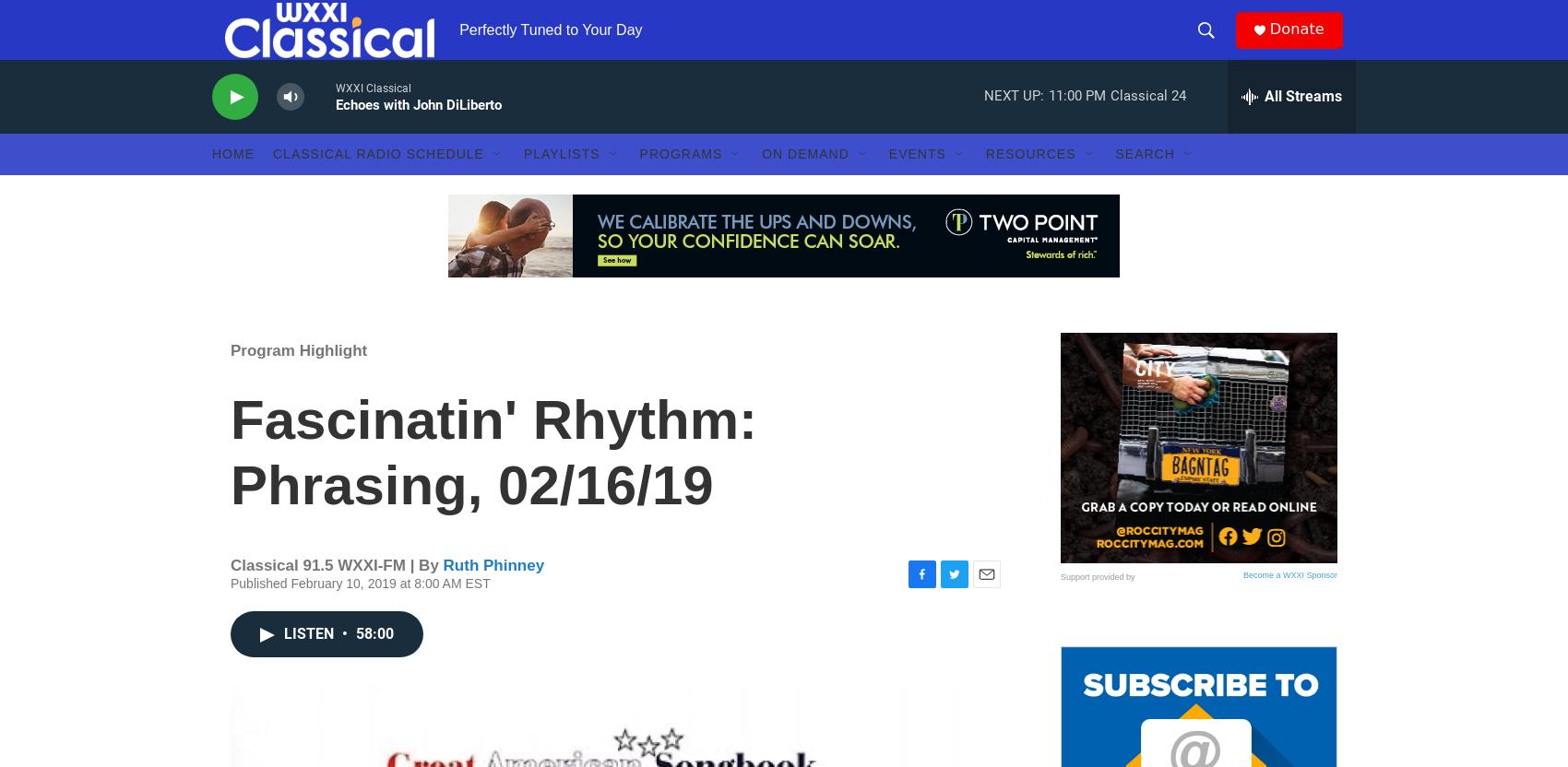 This screenshot has height=767, width=1568. I want to click on 'Playlists', so click(521, 189).